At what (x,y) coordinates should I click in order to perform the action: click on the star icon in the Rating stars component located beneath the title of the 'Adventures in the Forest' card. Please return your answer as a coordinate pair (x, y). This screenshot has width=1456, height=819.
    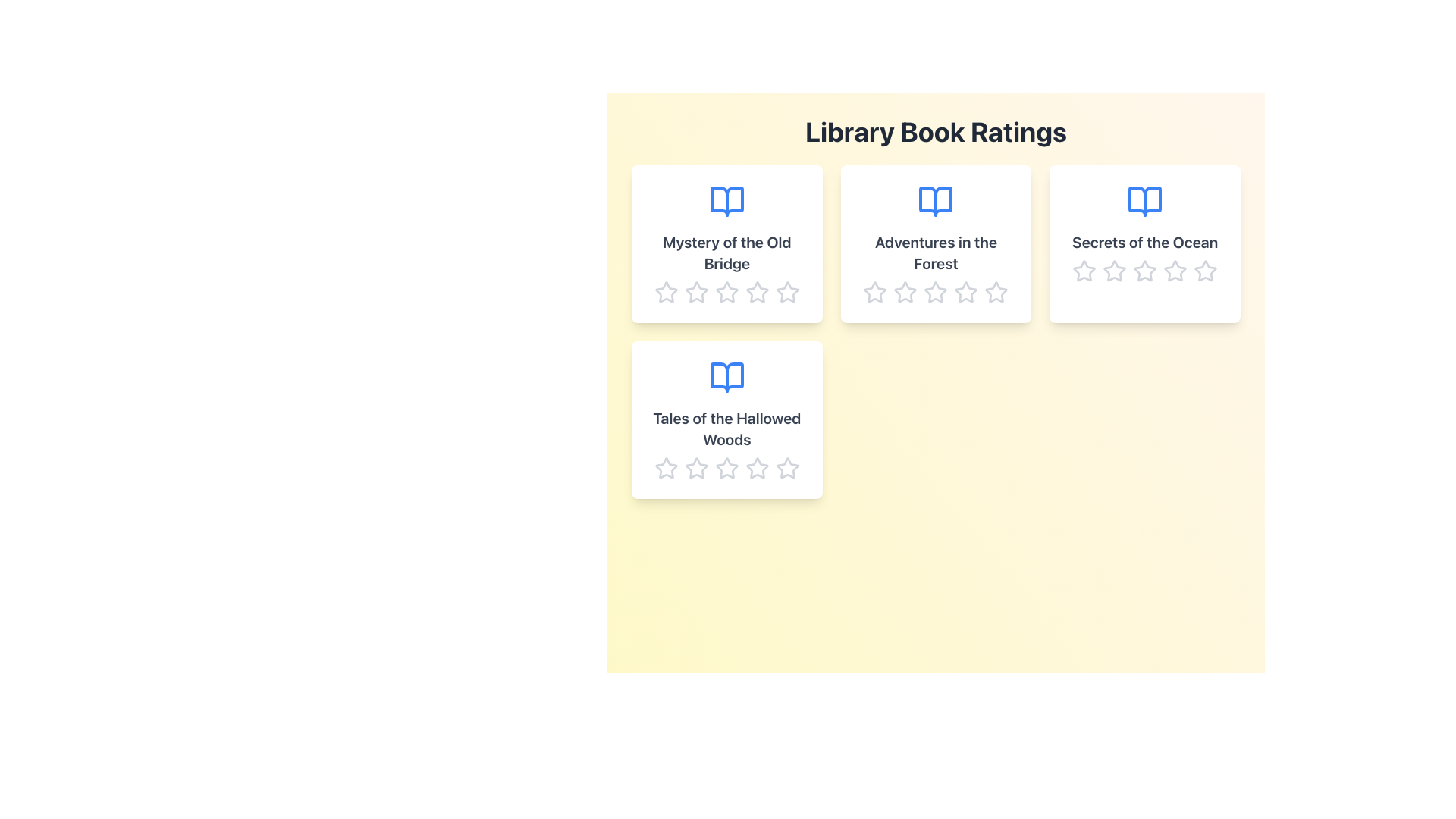
    Looking at the image, I should click on (935, 292).